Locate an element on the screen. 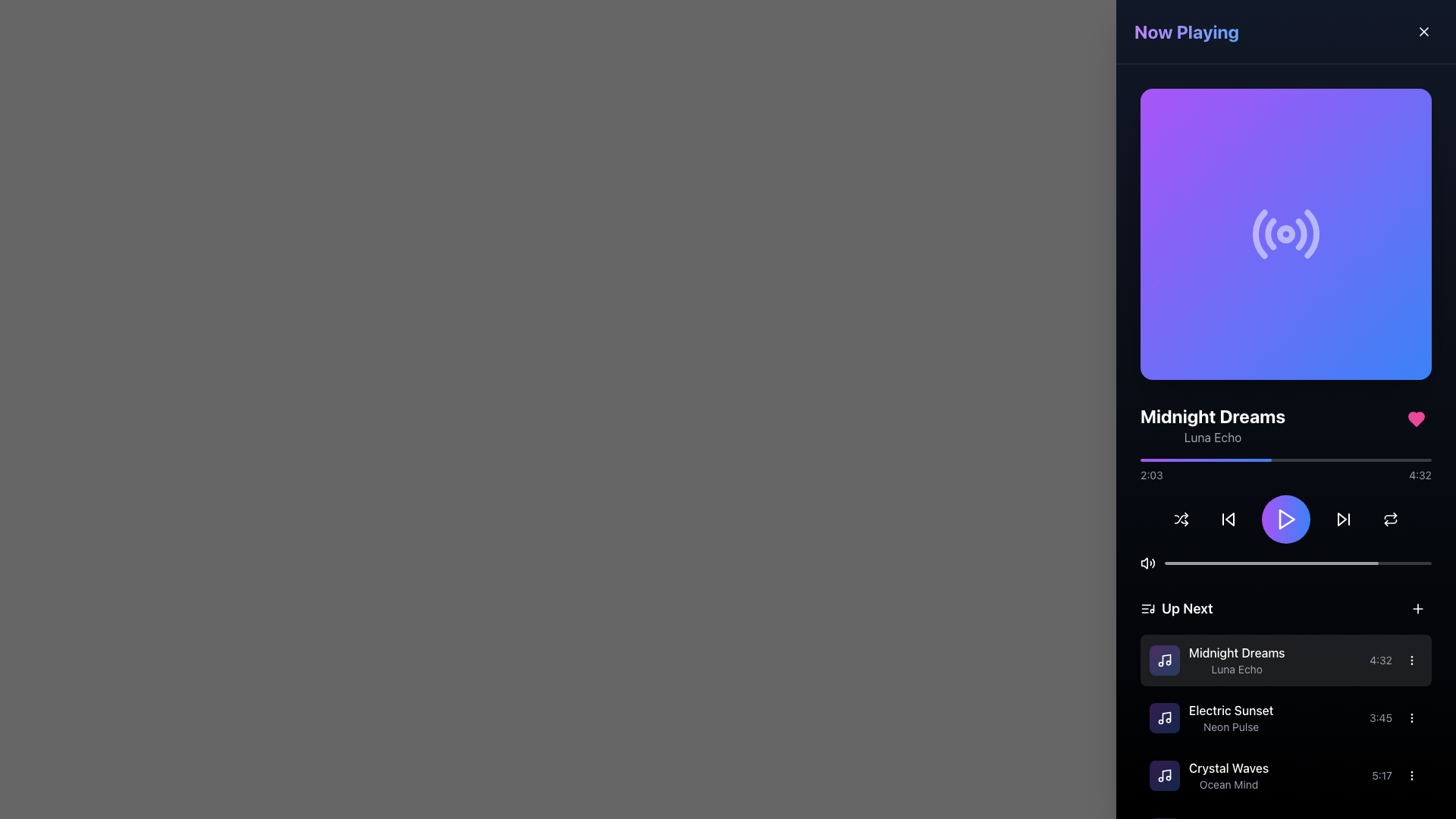 The image size is (1456, 819). the track item 'Crystal Waves' by 'Ocean Mind' in the 'Up Next' section of the 'Now Playing' panel is located at coordinates (1208, 775).